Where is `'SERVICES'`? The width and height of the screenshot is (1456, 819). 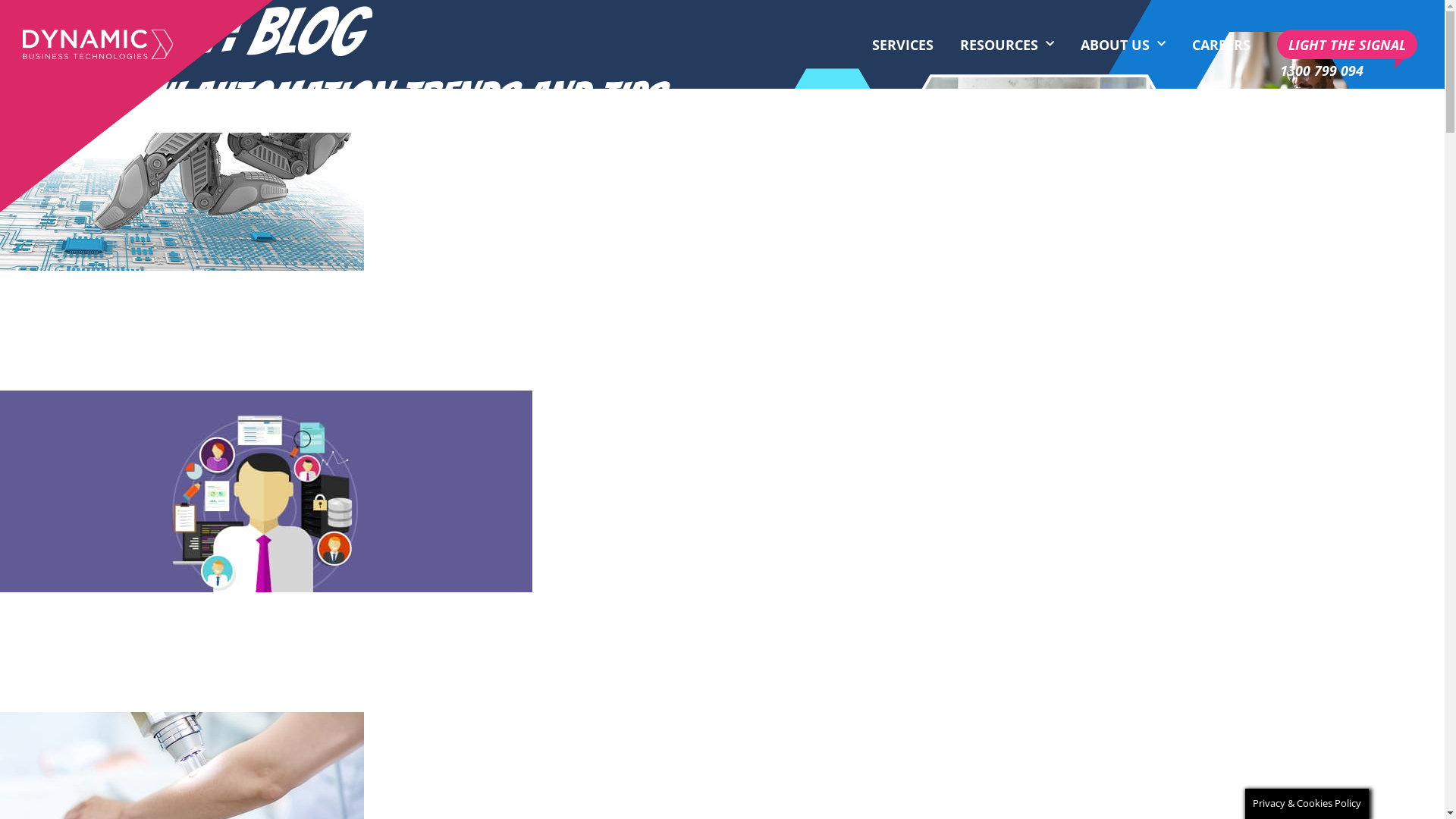
'SERVICES' is located at coordinates (902, 43).